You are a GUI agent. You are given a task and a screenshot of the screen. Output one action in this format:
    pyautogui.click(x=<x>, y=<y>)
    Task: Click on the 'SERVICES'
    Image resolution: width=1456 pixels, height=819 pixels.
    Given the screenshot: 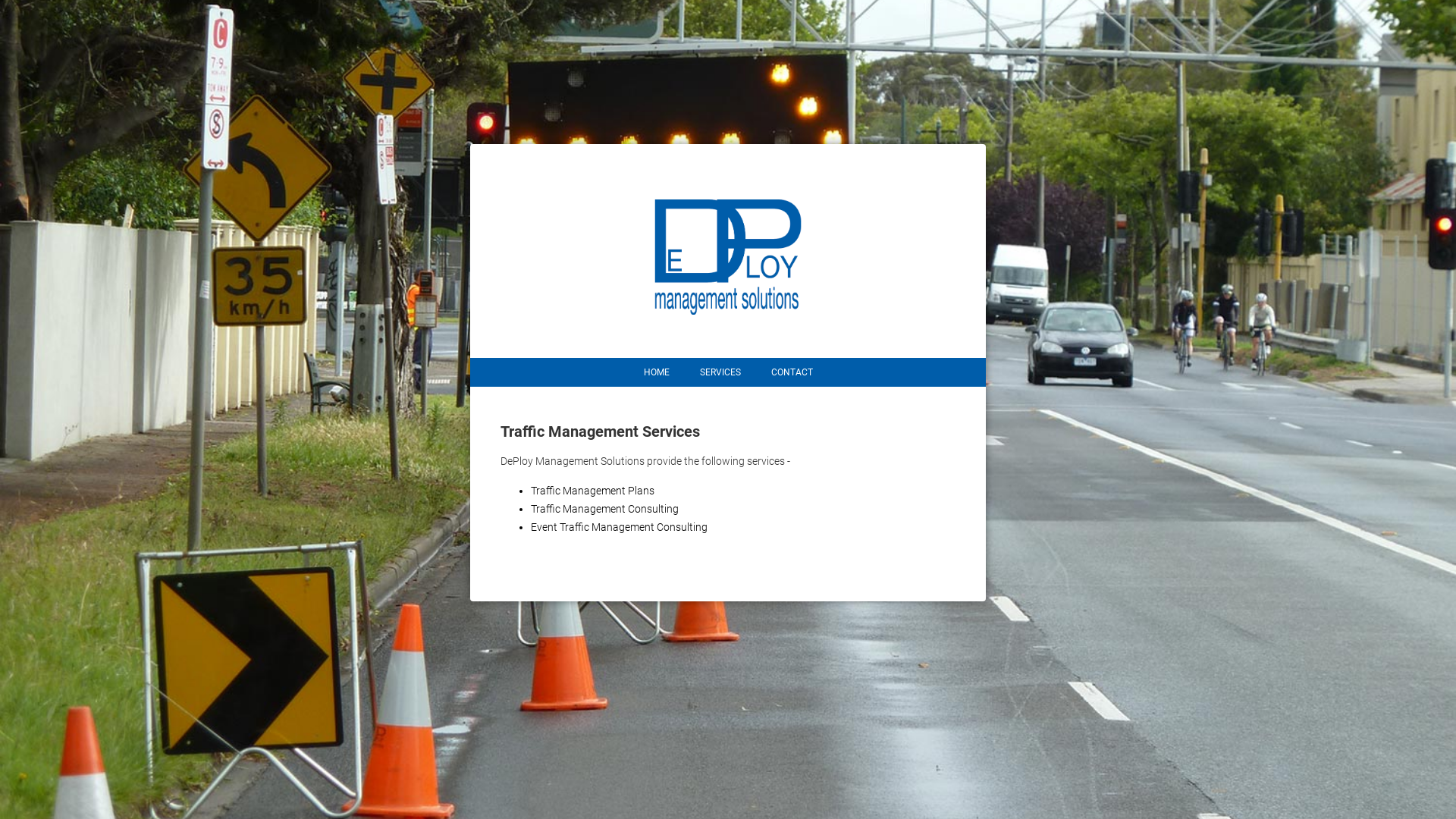 What is the action you would take?
    pyautogui.click(x=719, y=372)
    